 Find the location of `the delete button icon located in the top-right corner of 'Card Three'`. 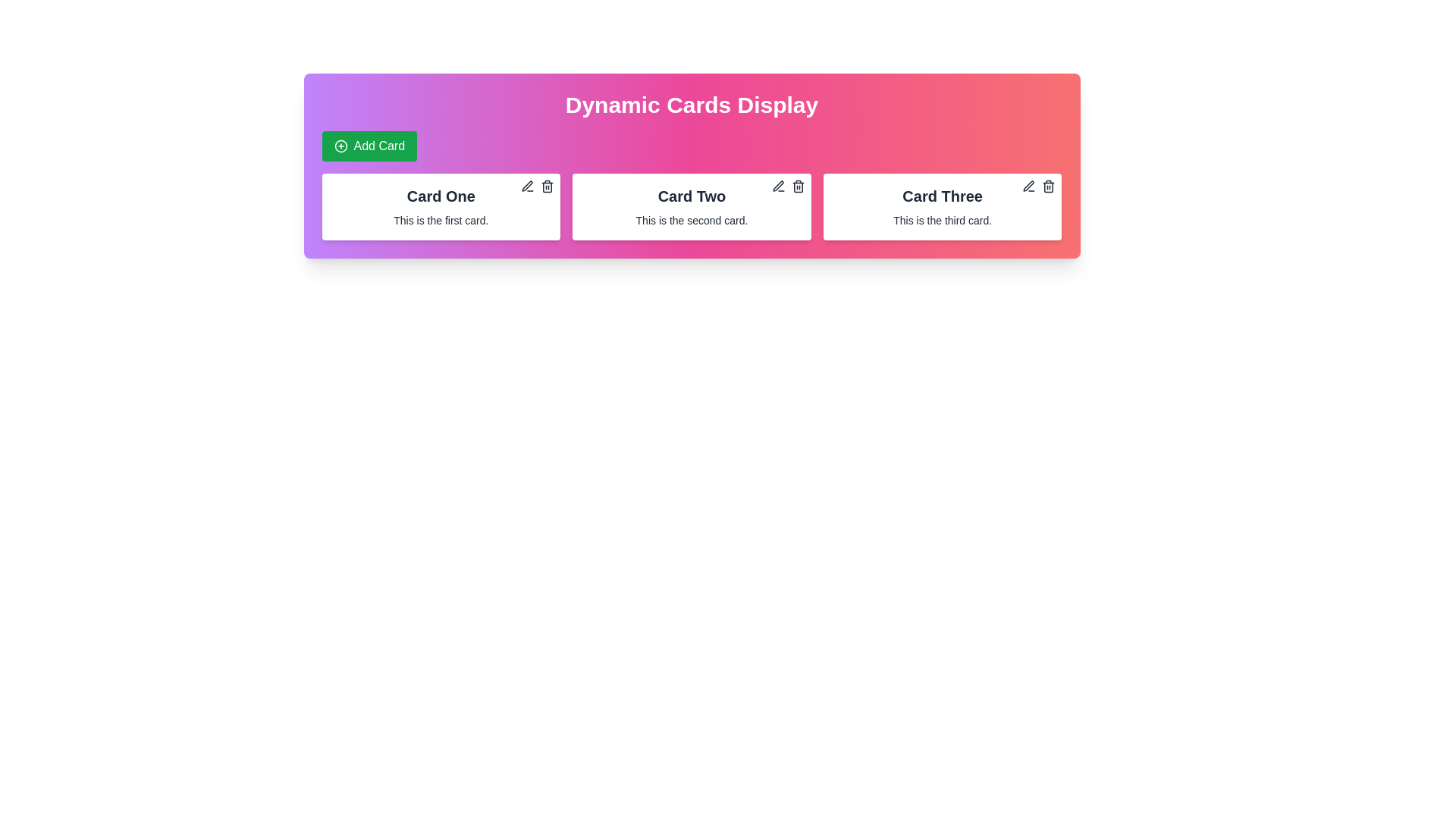

the delete button icon located in the top-right corner of 'Card Three' is located at coordinates (1048, 186).